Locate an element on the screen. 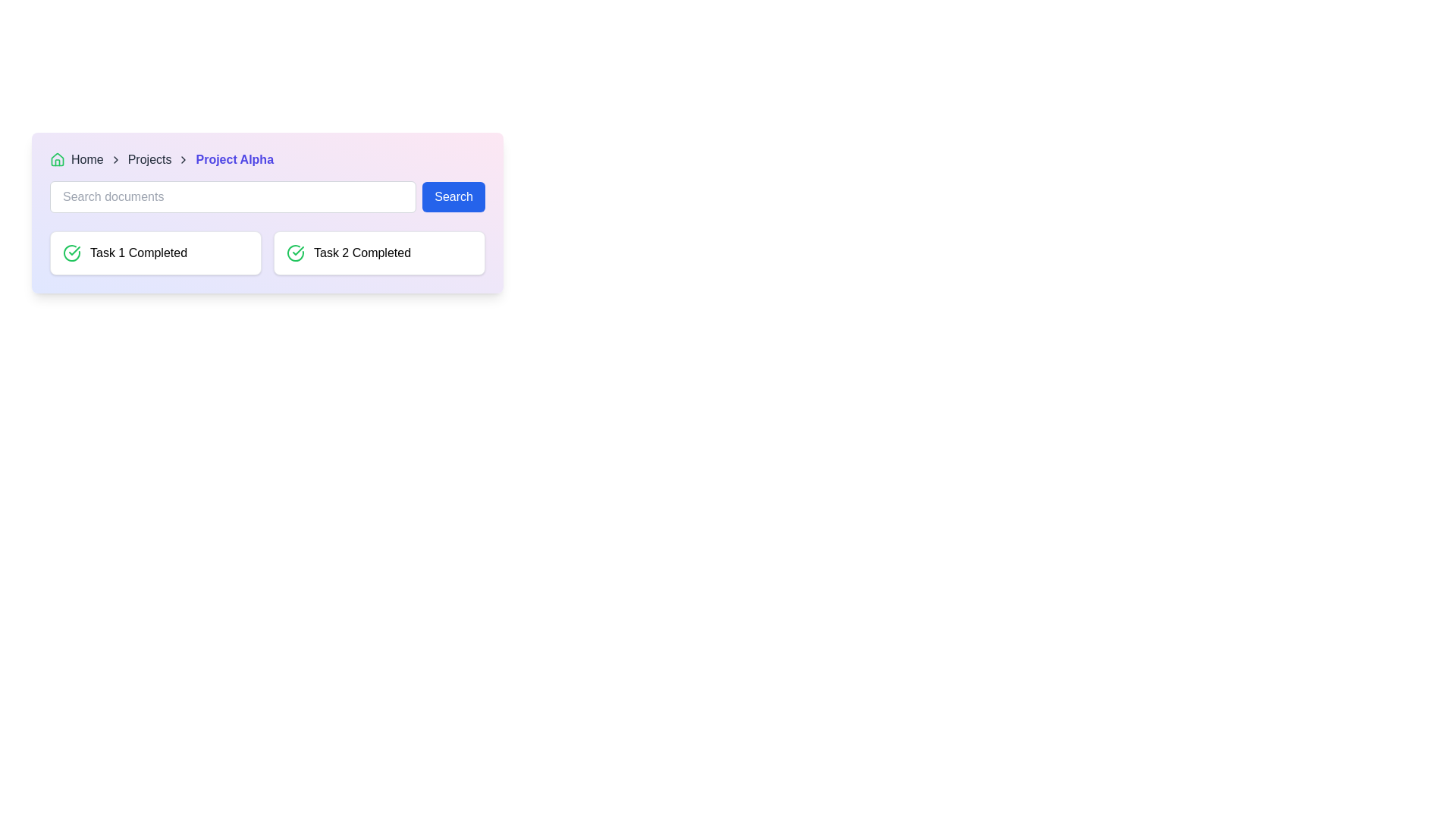 The height and width of the screenshot is (819, 1456). the status represented by the completion icon for 'Task 1', which is located within the card labeled 'Task 1 Completed' is located at coordinates (295, 253).